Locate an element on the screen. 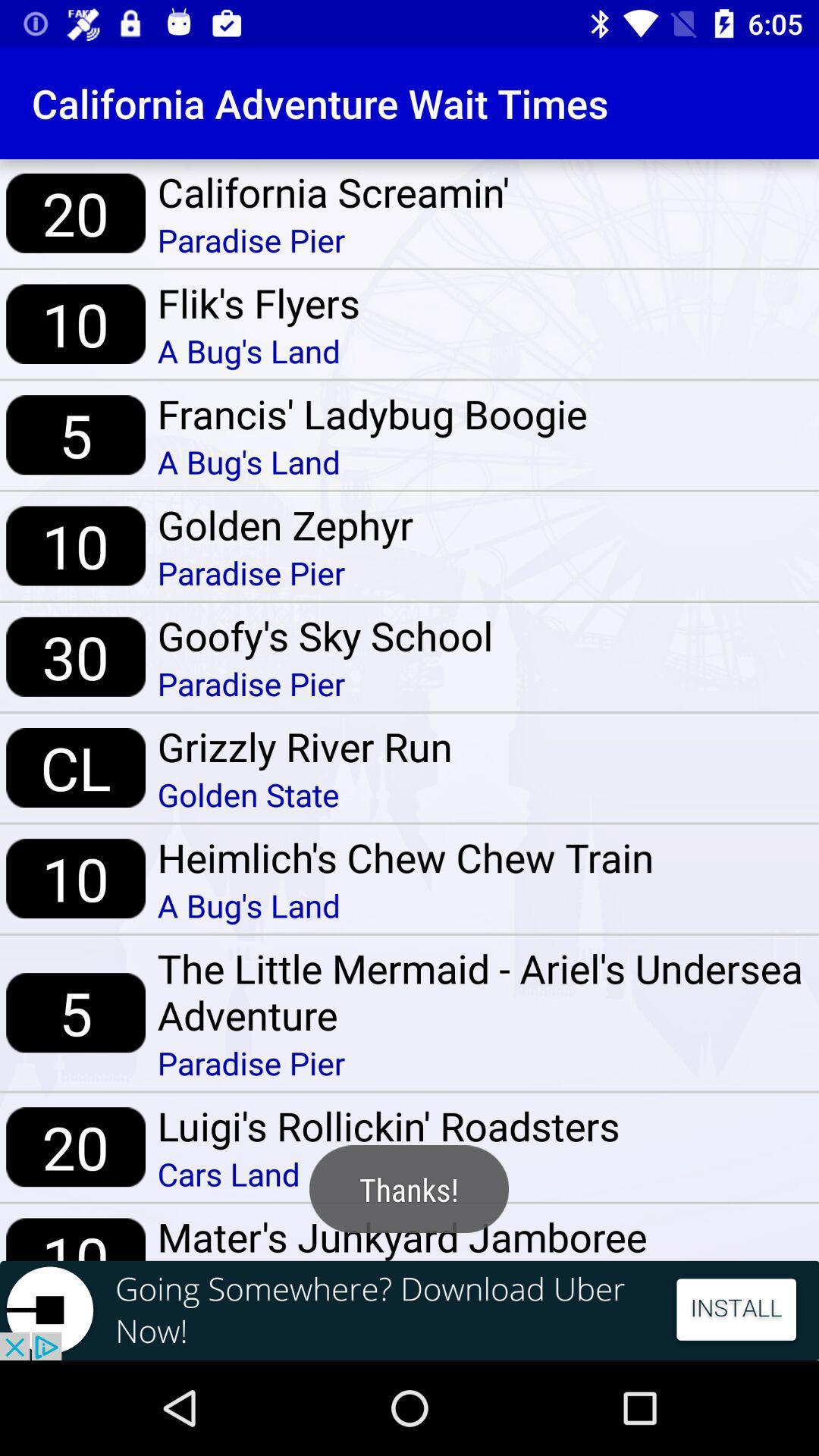 Image resolution: width=819 pixels, height=1456 pixels. the item above paradise pier is located at coordinates (482, 991).